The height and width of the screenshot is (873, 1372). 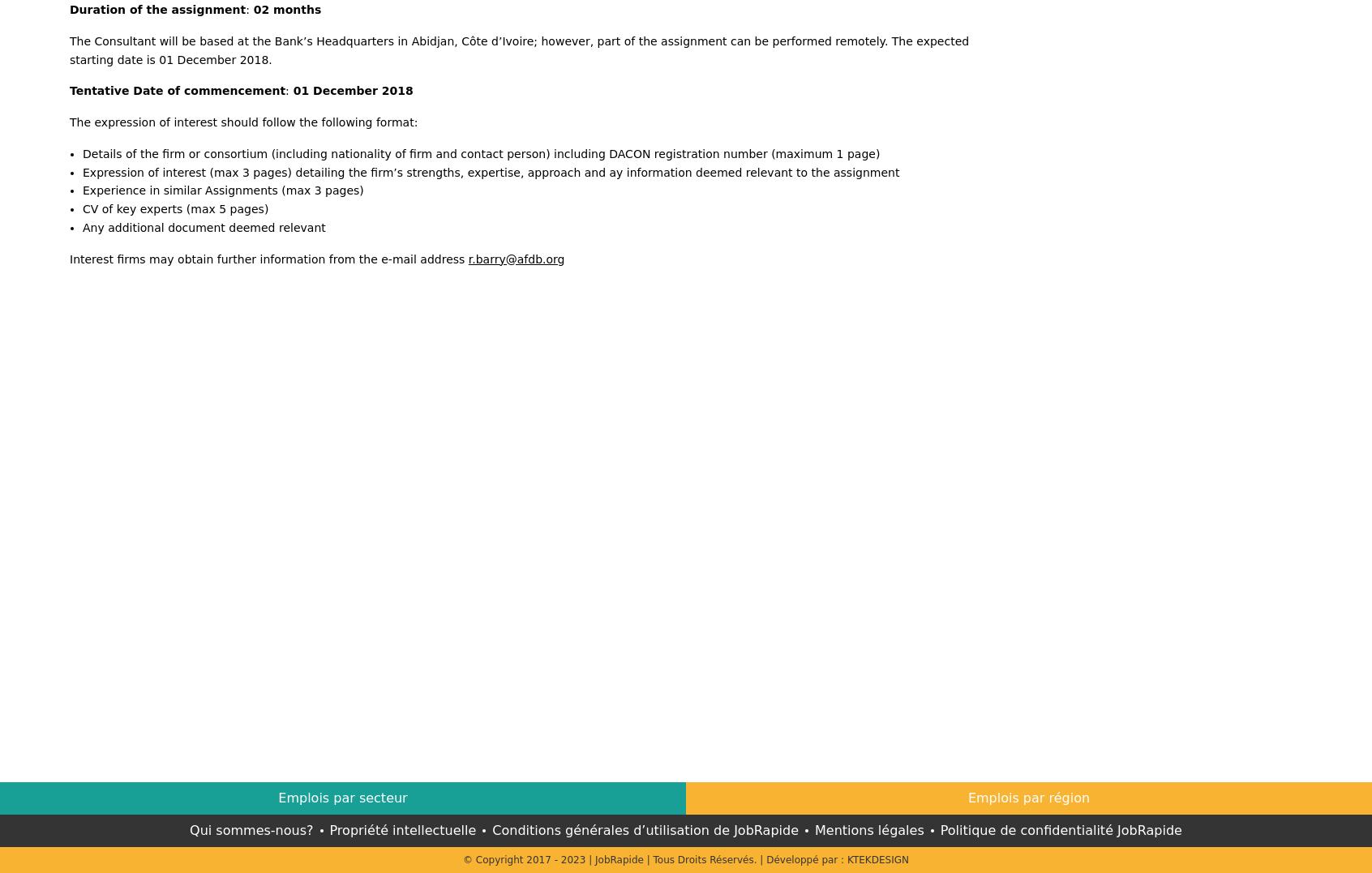 I want to click on 'KTEKDESIGN', so click(x=877, y=858).